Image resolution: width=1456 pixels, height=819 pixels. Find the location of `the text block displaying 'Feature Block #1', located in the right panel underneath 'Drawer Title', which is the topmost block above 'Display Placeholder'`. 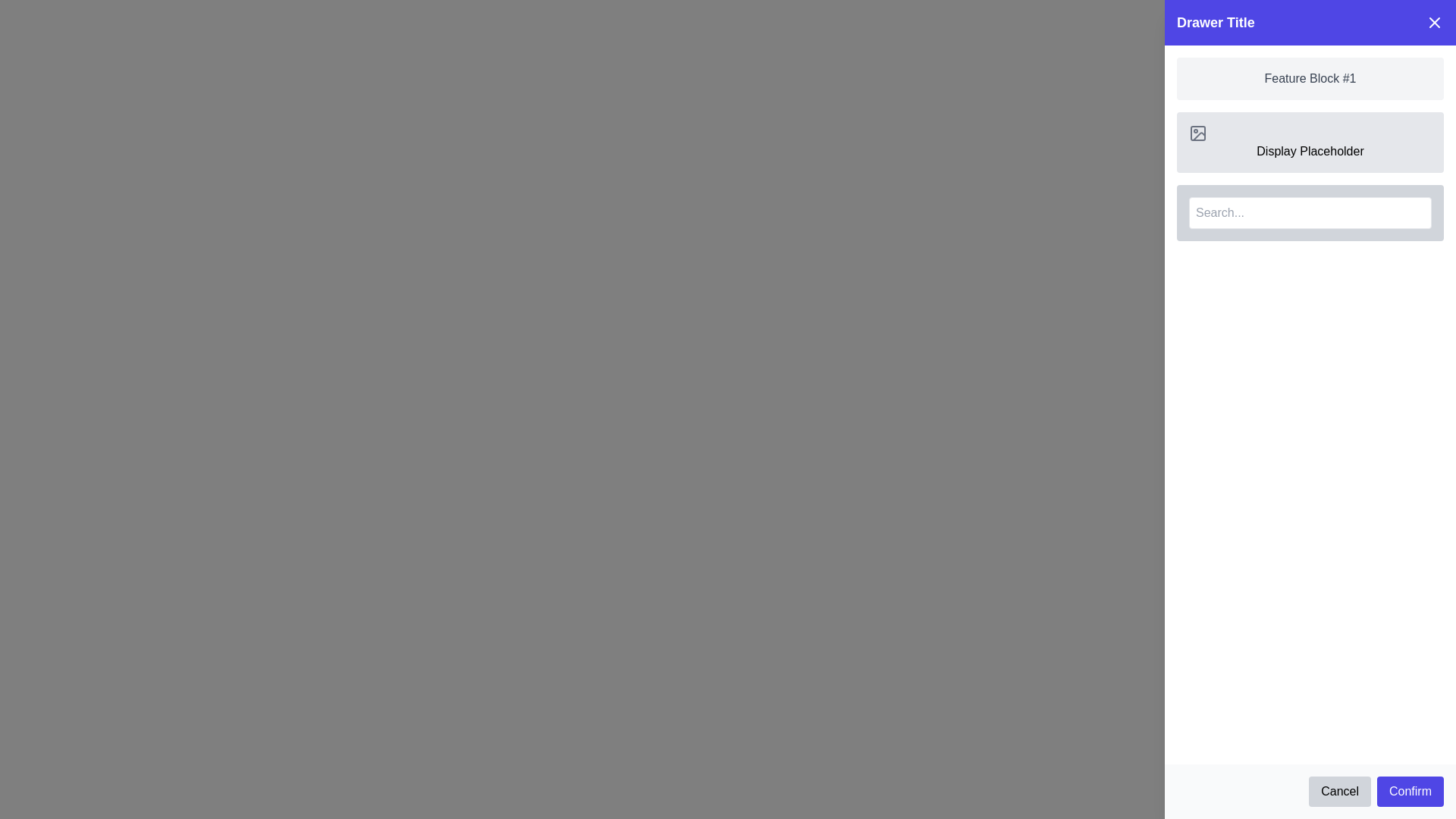

the text block displaying 'Feature Block #1', located in the right panel underneath 'Drawer Title', which is the topmost block above 'Display Placeholder' is located at coordinates (1310, 79).